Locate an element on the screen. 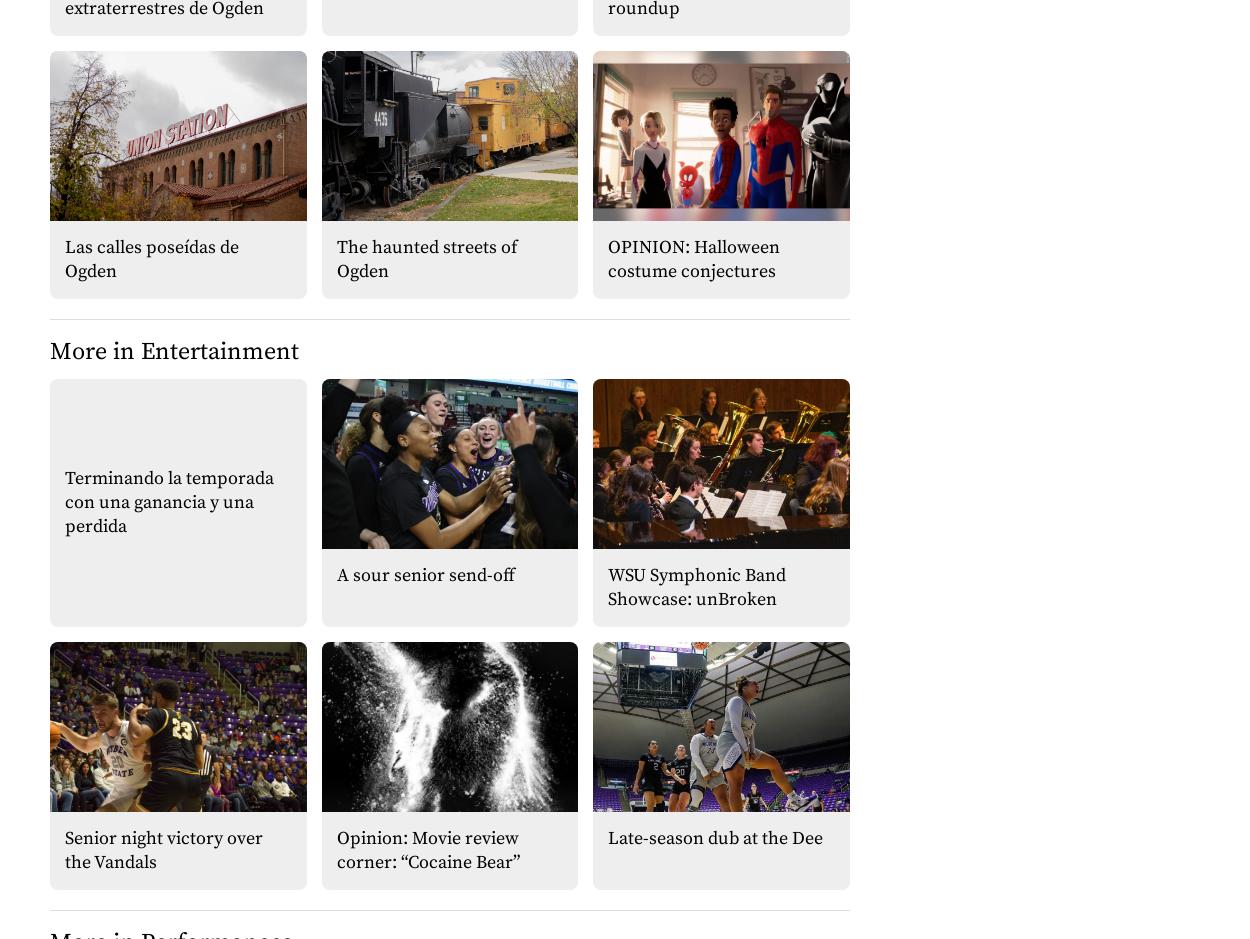 This screenshot has width=1250, height=939. 'Terminando la temporada con una ganancia y una perdida' is located at coordinates (169, 500).